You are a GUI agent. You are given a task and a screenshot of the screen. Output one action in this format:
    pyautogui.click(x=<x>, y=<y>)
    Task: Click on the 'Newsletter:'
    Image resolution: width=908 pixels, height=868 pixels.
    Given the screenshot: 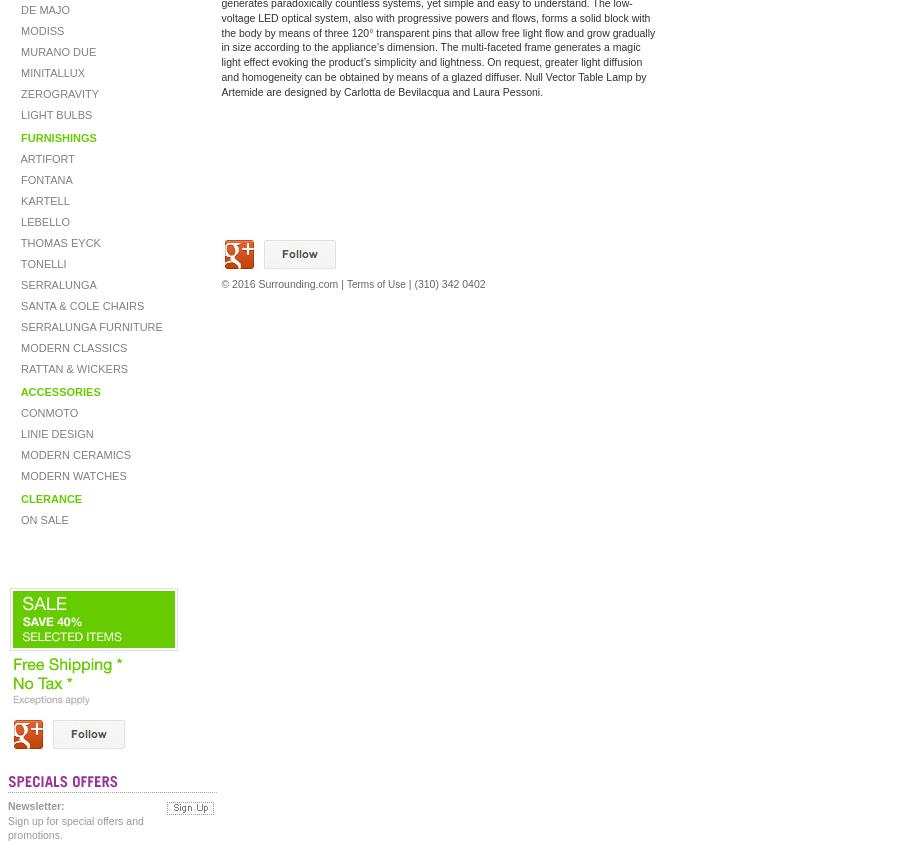 What is the action you would take?
    pyautogui.click(x=6, y=806)
    